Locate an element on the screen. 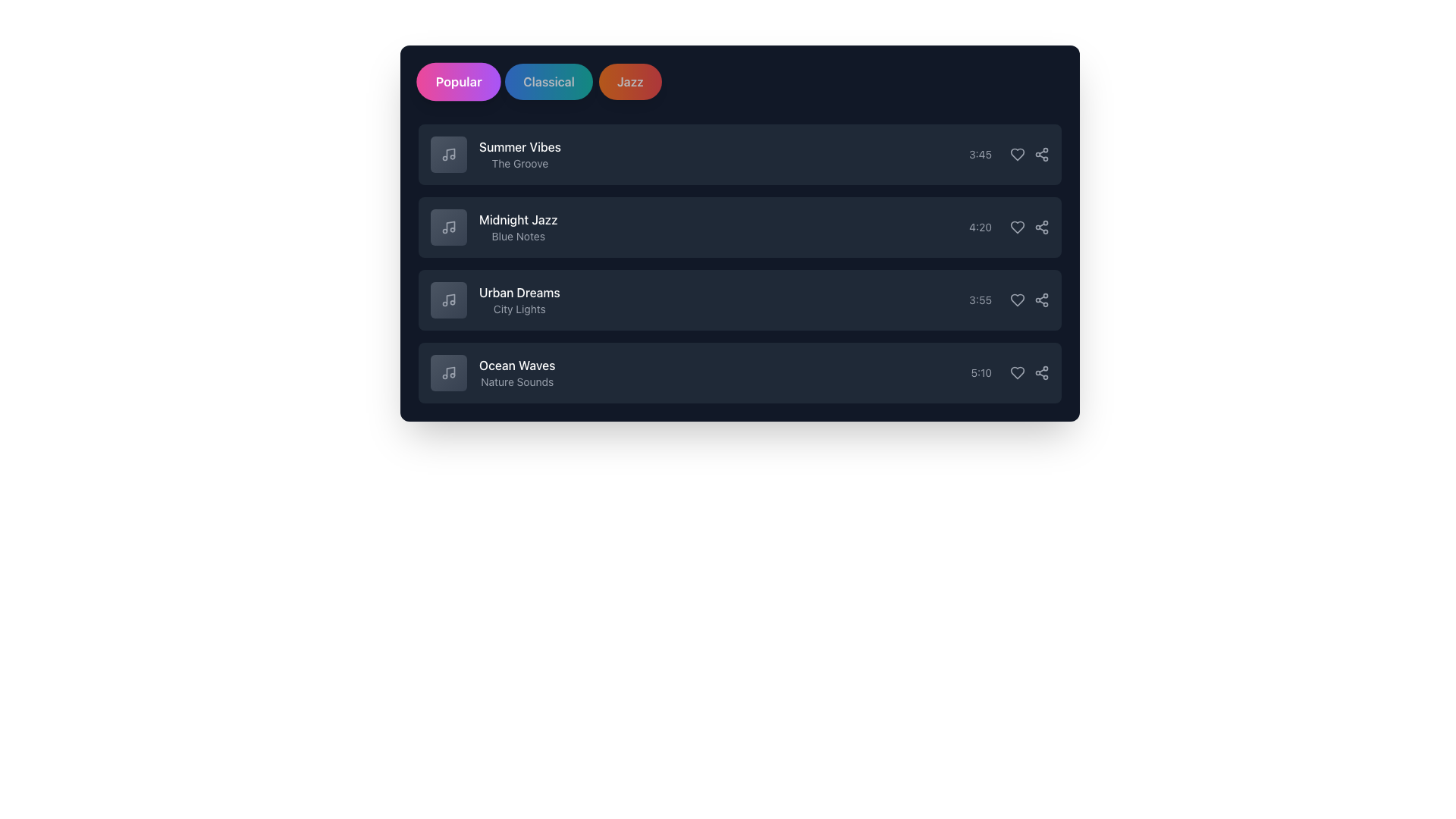 Image resolution: width=1456 pixels, height=819 pixels. the static textual label representing the primary title of the fourth track in the audio items list, located above the text 'Nature Sounds' is located at coordinates (517, 366).